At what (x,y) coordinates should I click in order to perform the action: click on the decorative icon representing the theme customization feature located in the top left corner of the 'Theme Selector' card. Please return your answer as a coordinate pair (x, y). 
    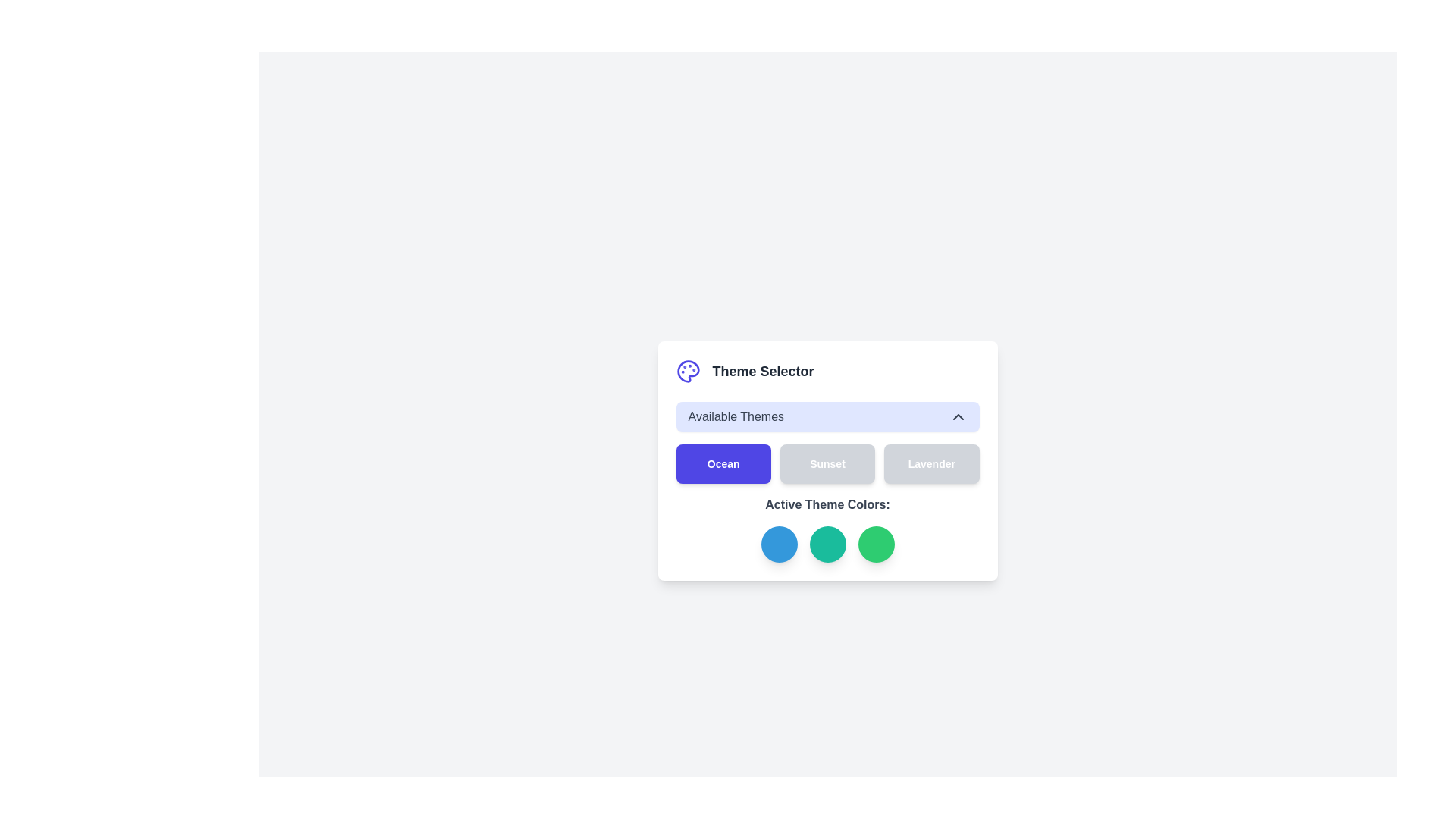
    Looking at the image, I should click on (687, 371).